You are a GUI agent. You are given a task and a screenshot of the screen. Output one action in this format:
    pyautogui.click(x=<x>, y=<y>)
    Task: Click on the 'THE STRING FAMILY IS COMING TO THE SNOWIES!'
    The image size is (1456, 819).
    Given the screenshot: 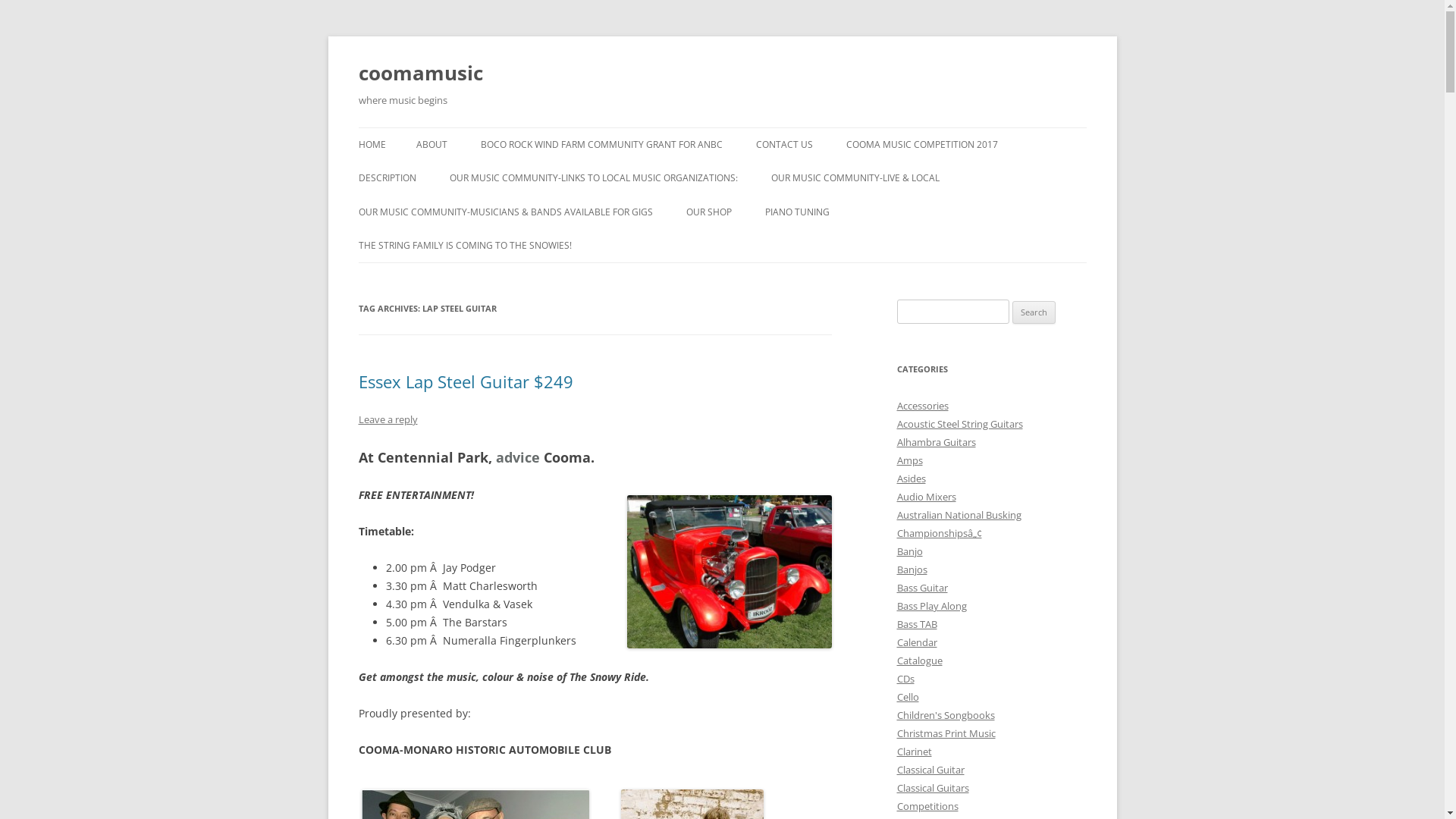 What is the action you would take?
    pyautogui.click(x=463, y=245)
    